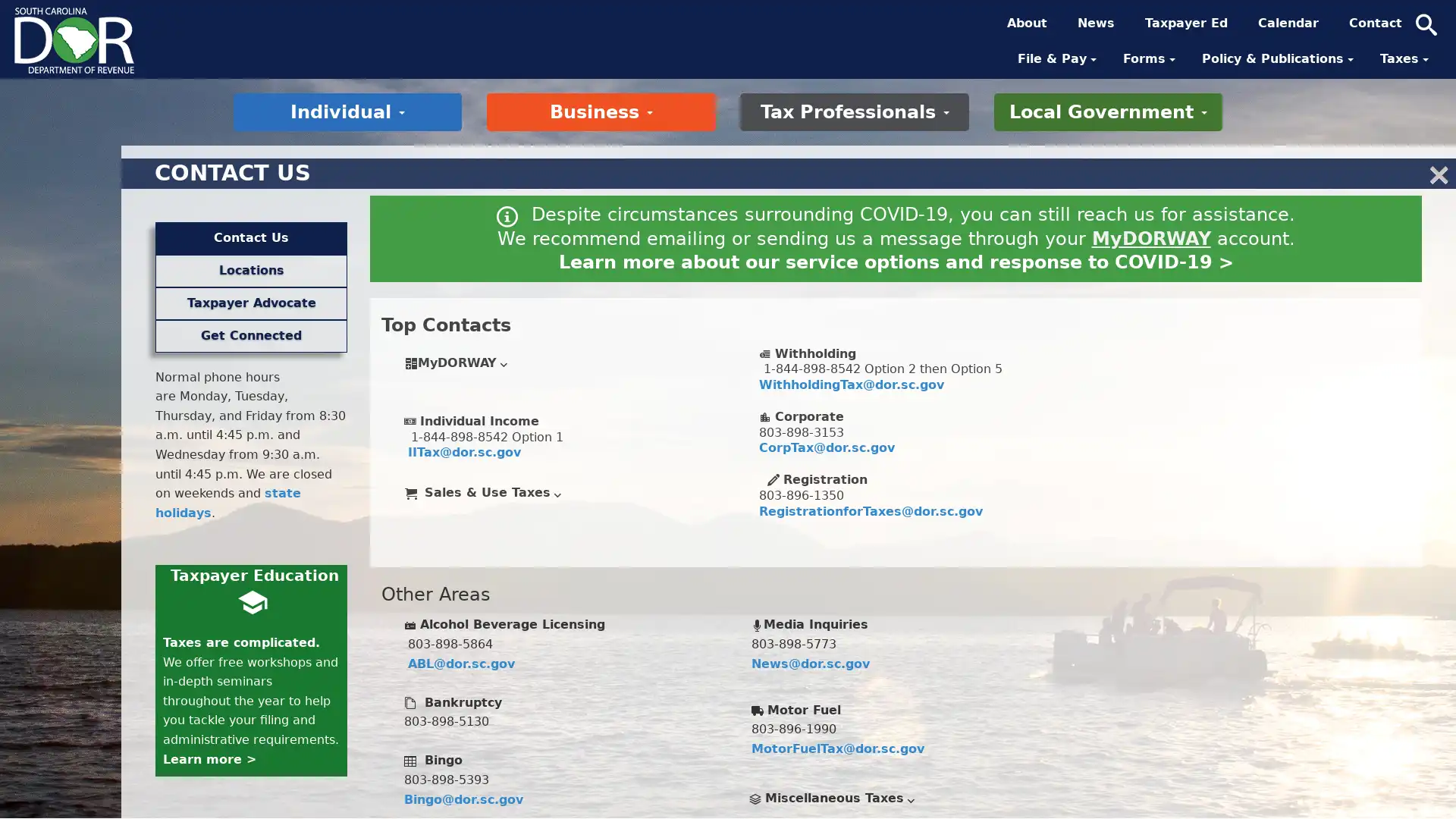  I want to click on Policy & Publications, so click(1279, 58).